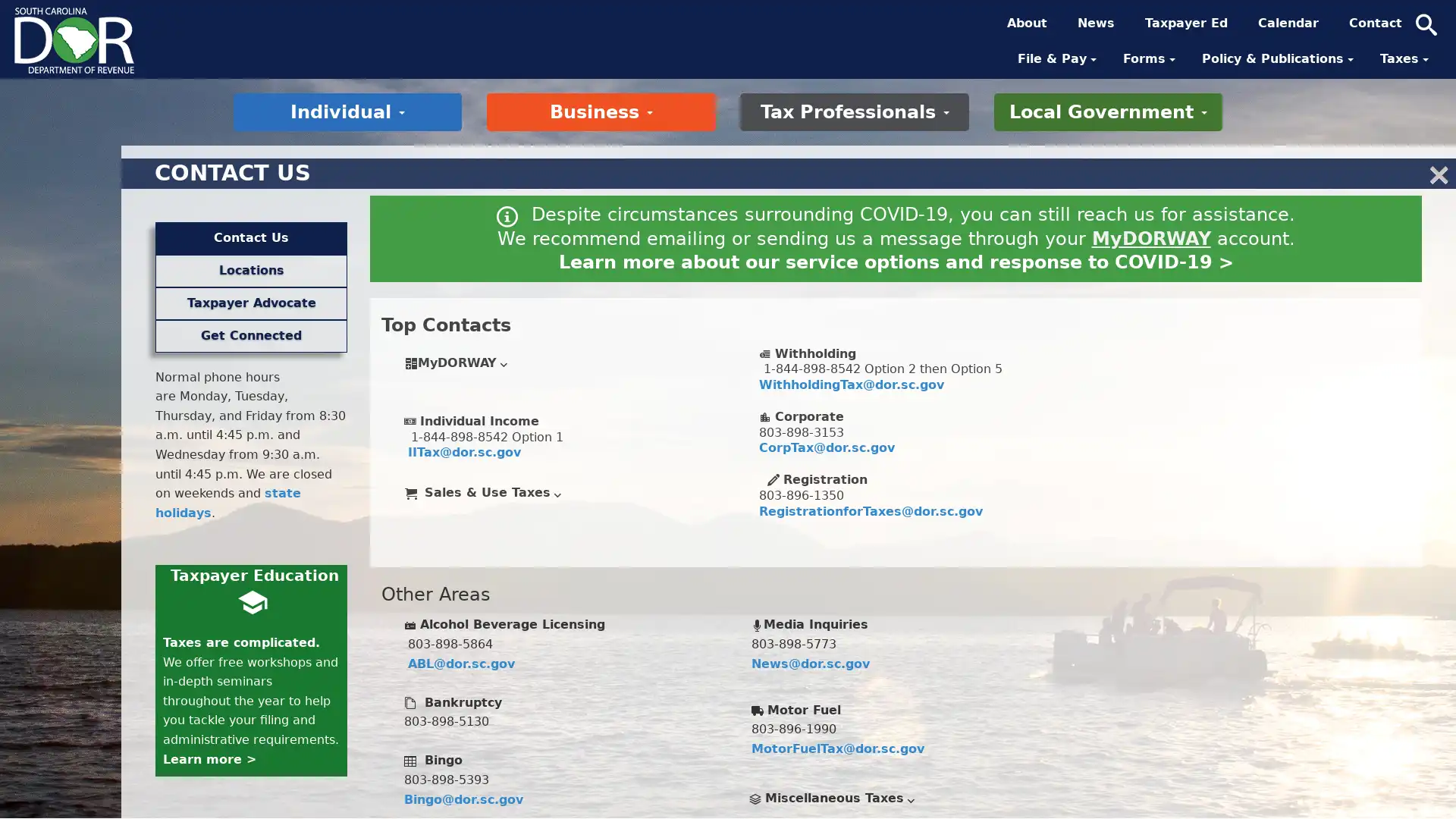  I want to click on Policy & Publications, so click(1279, 58).